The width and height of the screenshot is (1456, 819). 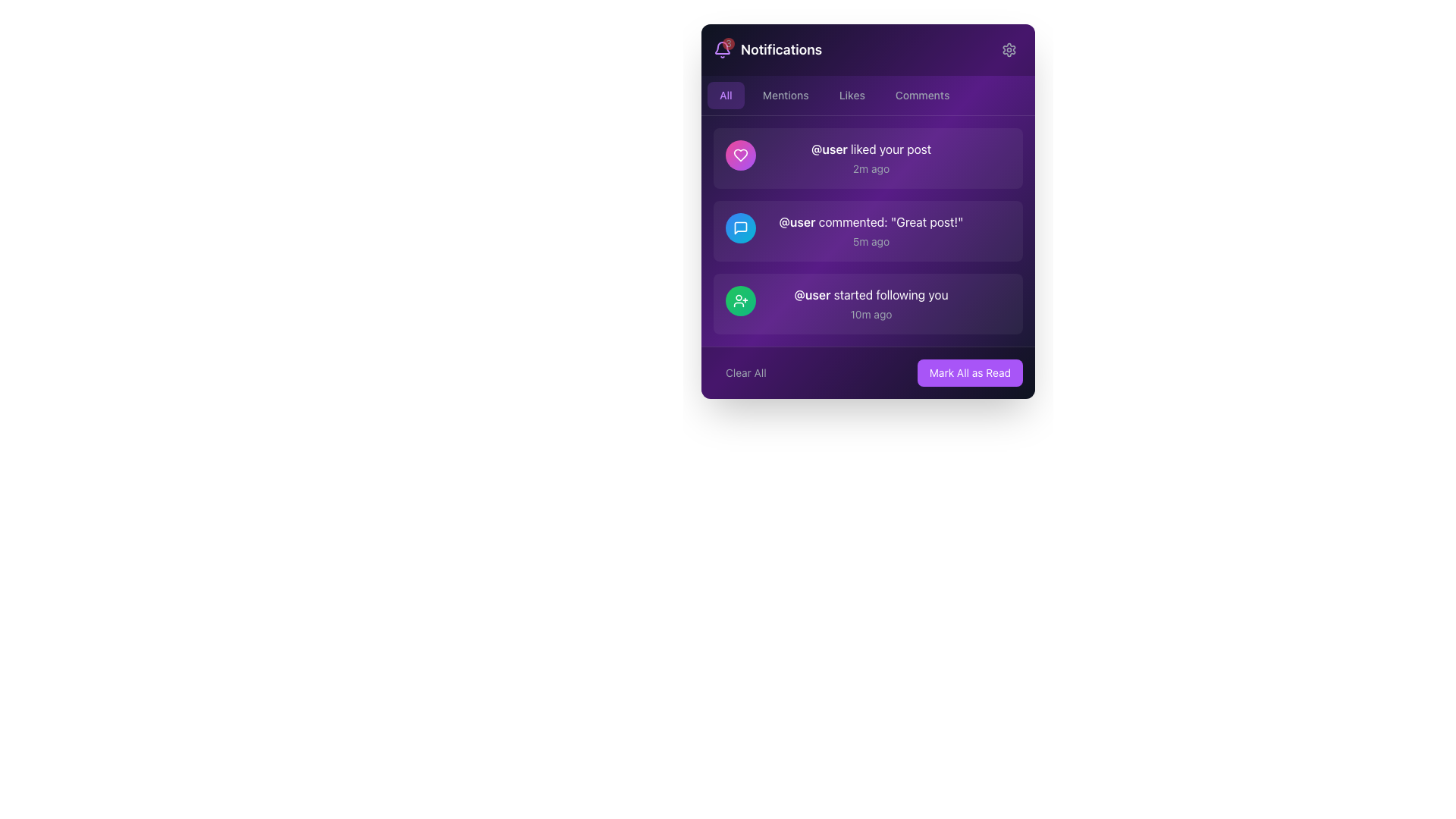 I want to click on the comment notification icon located in the left section of the second notification item, which precedes the text describing a comment by @user, so click(x=741, y=227).